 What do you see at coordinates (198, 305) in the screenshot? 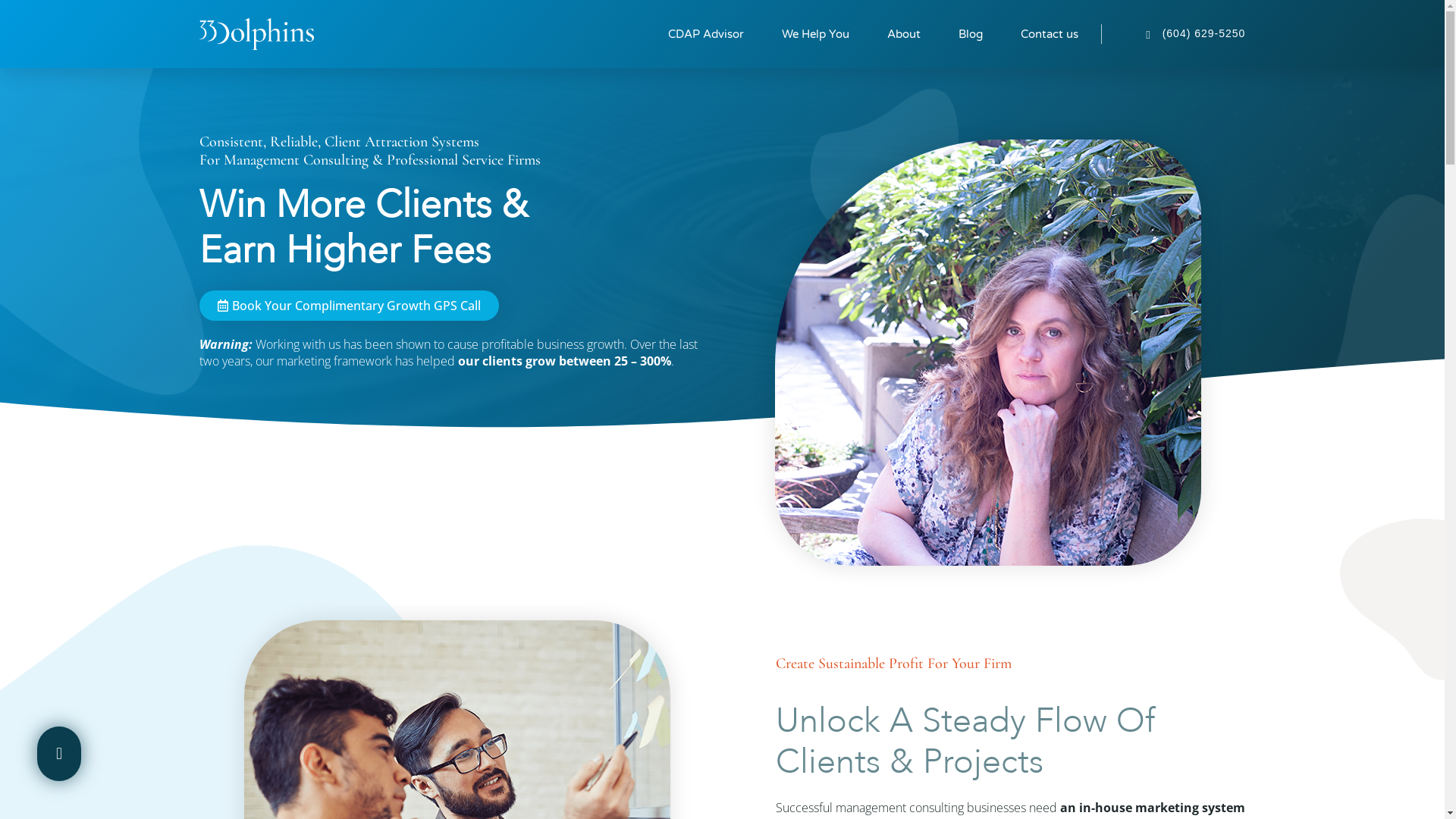
I see `'Book Your Complimentary Growth GPS Call'` at bounding box center [198, 305].